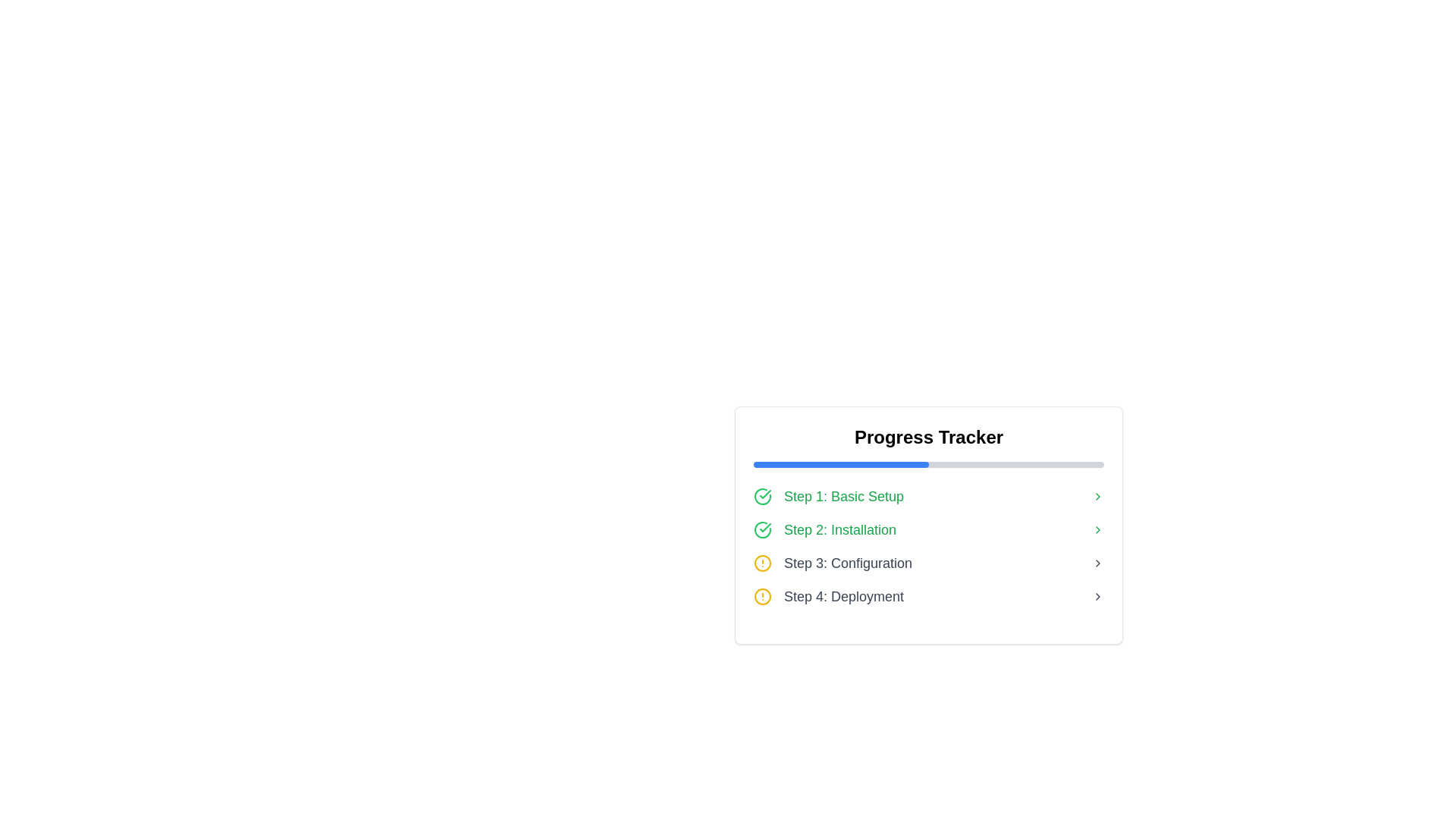 The height and width of the screenshot is (819, 1456). Describe the element at coordinates (1098, 529) in the screenshot. I see `the navigation icon at the end of the 'Step 2: Installation' line` at that location.